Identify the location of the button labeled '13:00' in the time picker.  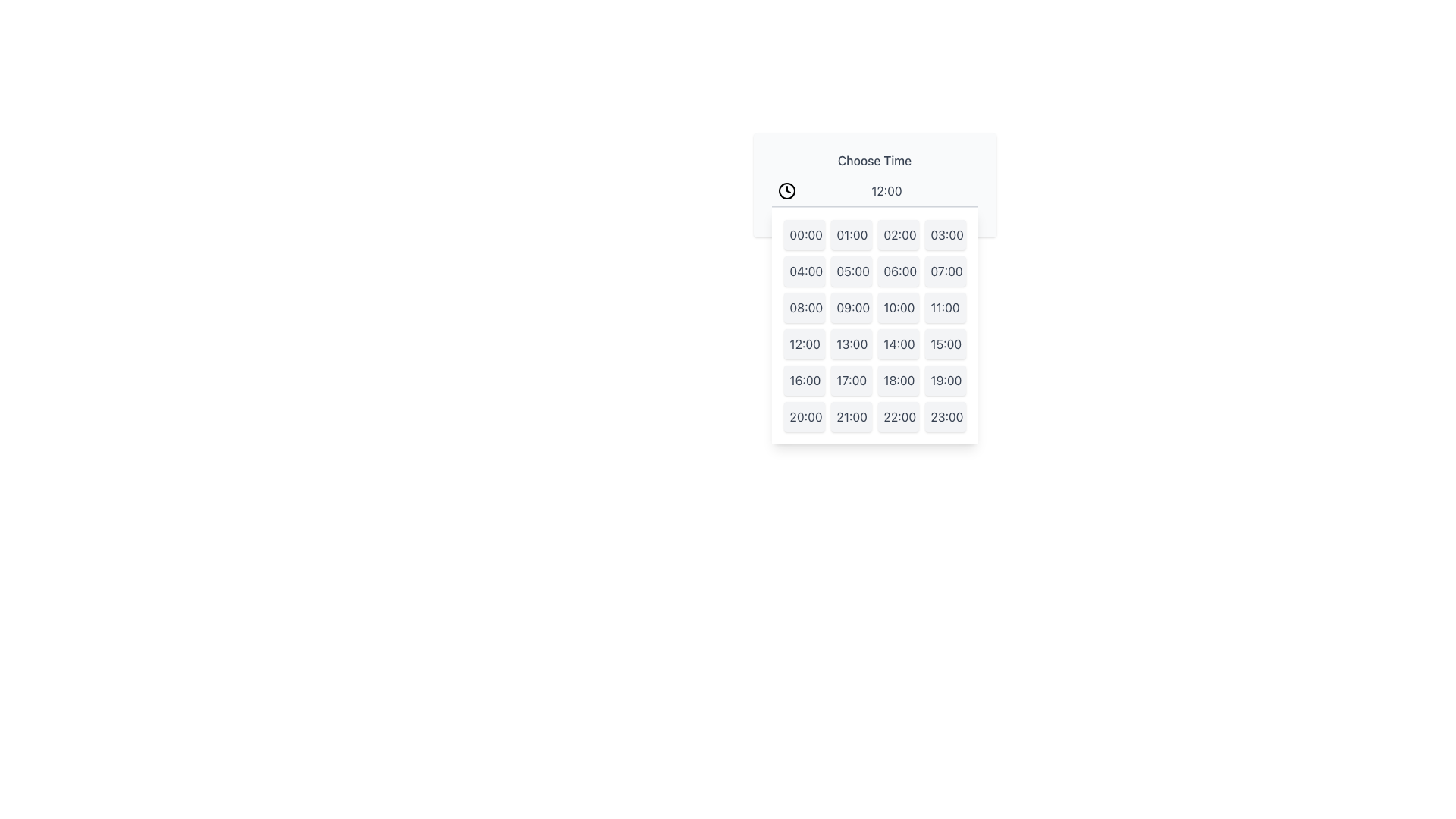
(851, 344).